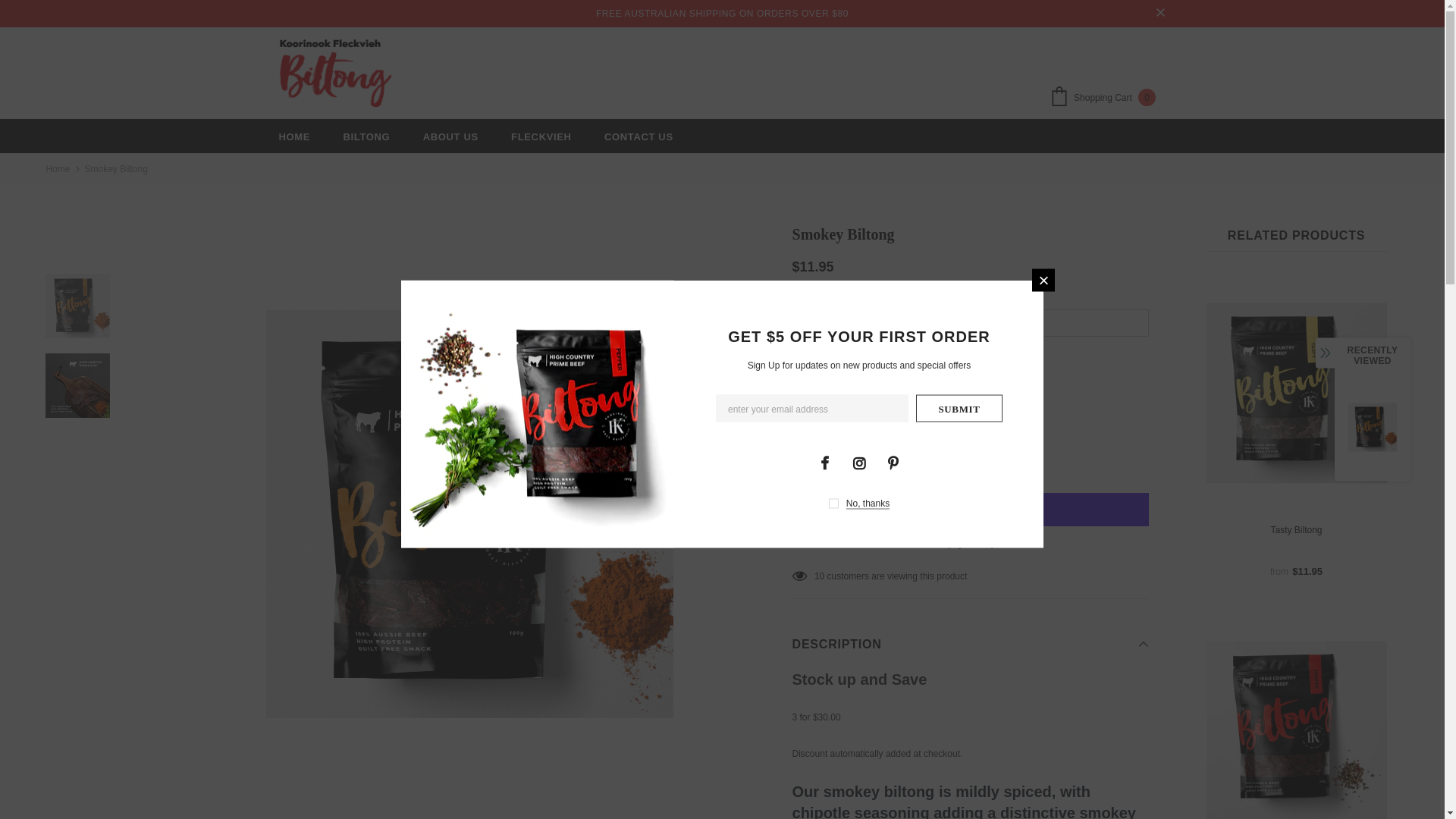 This screenshot has width=1456, height=819. What do you see at coordinates (450, 135) in the screenshot?
I see `'ABOUT US'` at bounding box center [450, 135].